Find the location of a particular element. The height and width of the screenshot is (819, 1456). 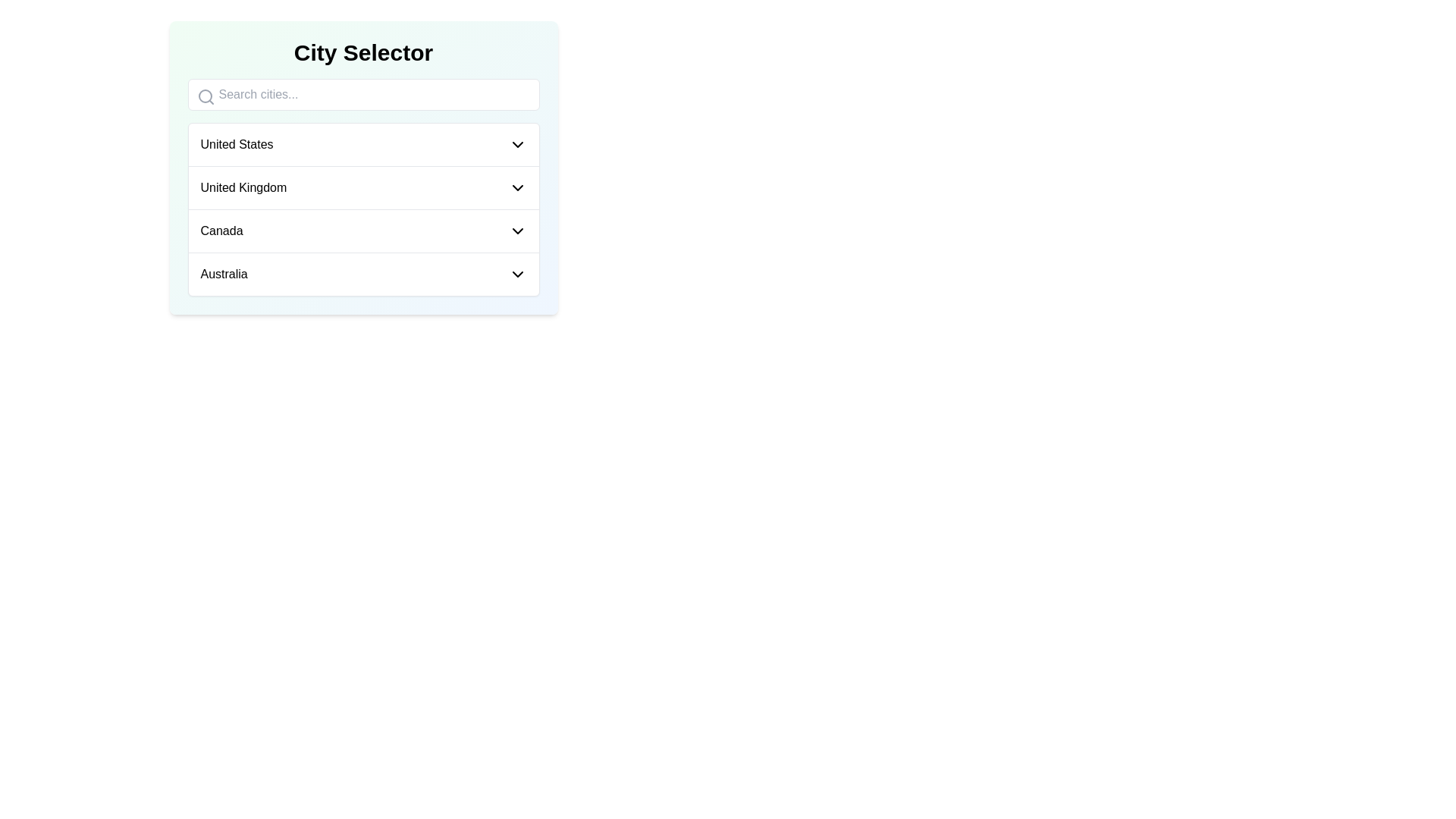

the gray magnifying glass icon located on the left side of the search bar, near the input field's placeholder text is located at coordinates (205, 96).